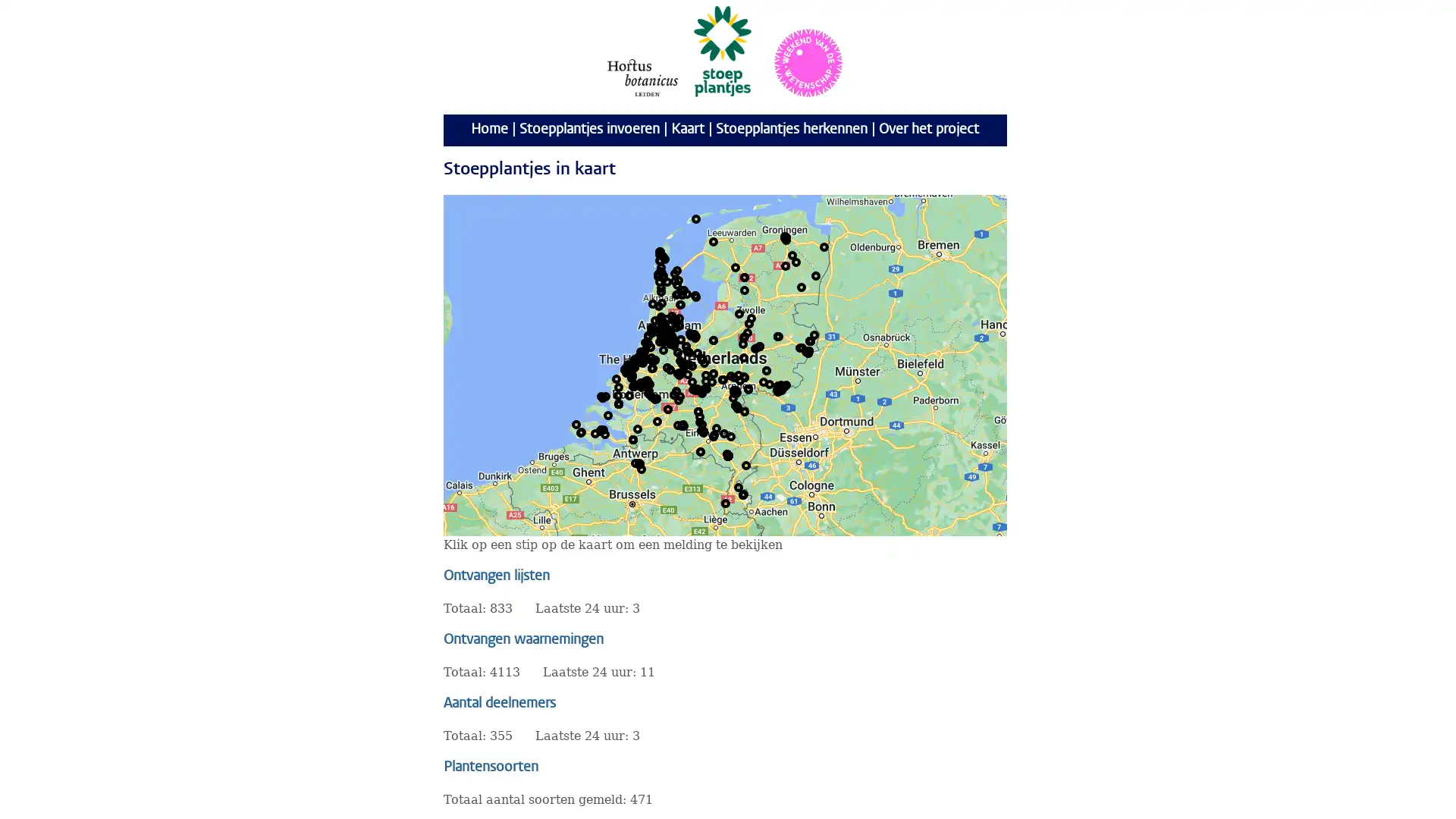 The image size is (1456, 819). I want to click on Telling van op 13 juni 2022, so click(658, 331).